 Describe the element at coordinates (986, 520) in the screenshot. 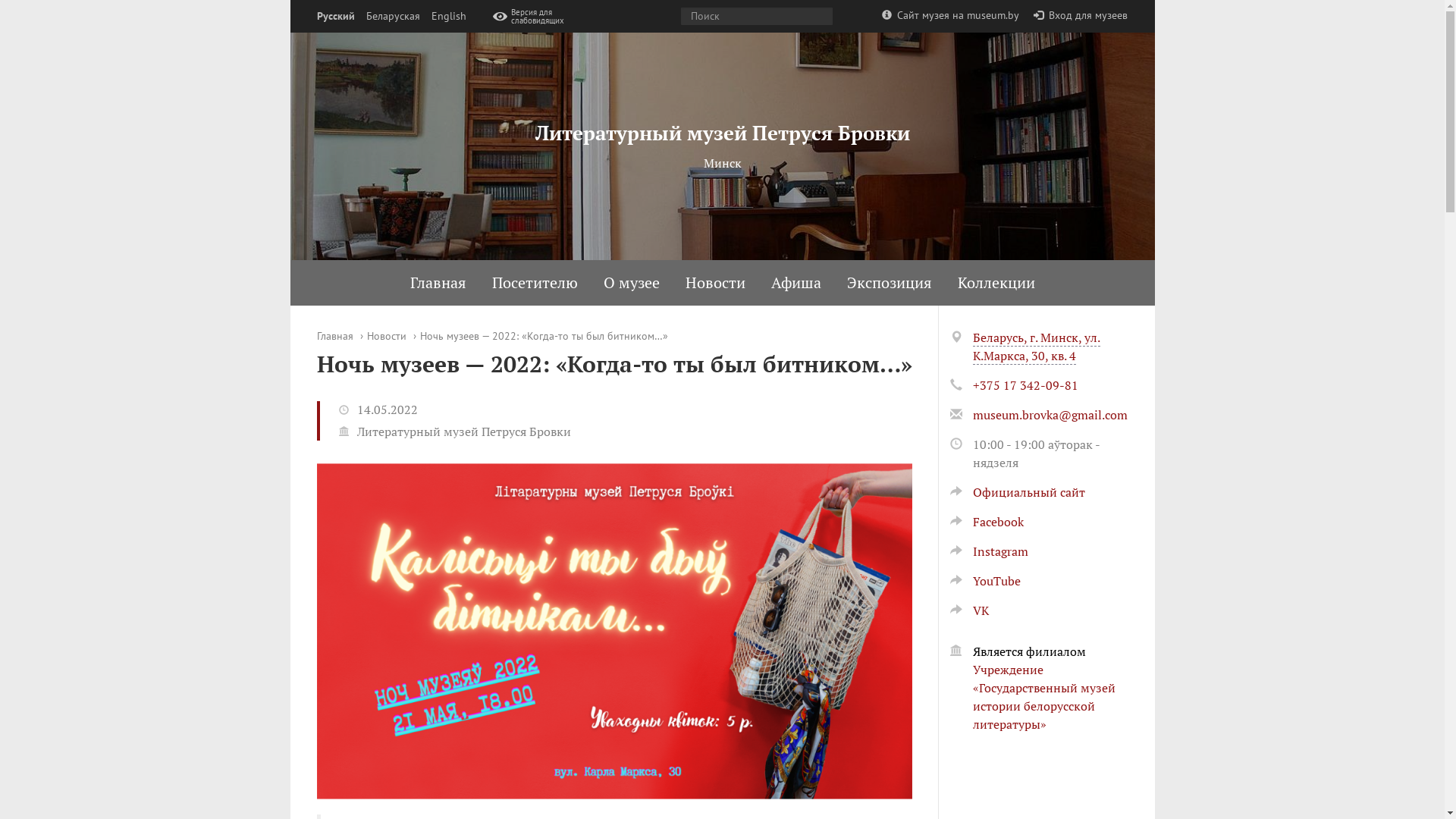

I see `'Facebook'` at that location.